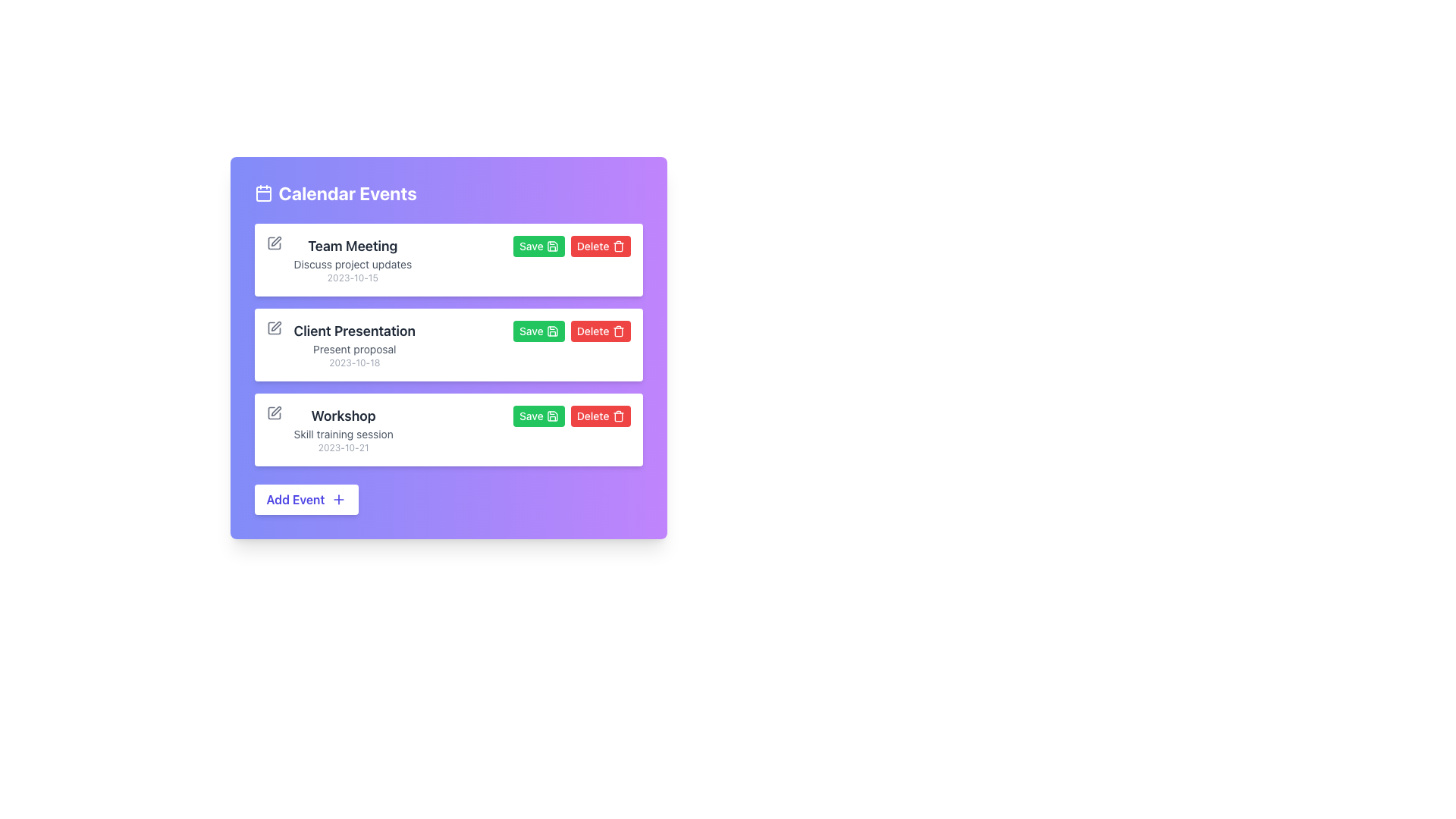 The width and height of the screenshot is (1456, 819). I want to click on the Static Text Block titled 'Workshop' in the third event card of the 'Calendar Events' section, so click(343, 430).